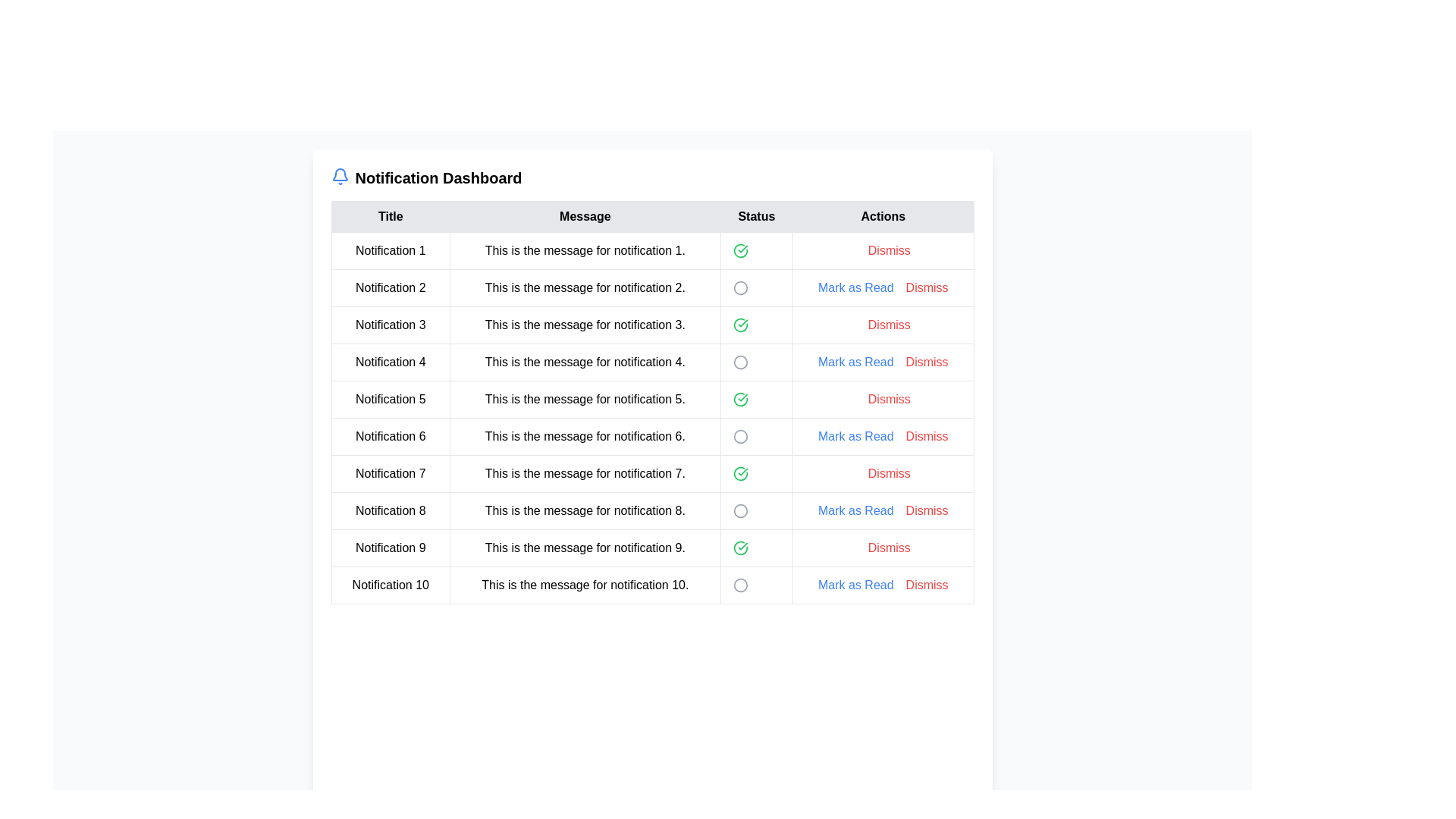 The image size is (1456, 819). What do you see at coordinates (756, 288) in the screenshot?
I see `the visual status of the Status indicator located in the third cell of the row labeled 'Notification 2' in the 'Status' column` at bounding box center [756, 288].